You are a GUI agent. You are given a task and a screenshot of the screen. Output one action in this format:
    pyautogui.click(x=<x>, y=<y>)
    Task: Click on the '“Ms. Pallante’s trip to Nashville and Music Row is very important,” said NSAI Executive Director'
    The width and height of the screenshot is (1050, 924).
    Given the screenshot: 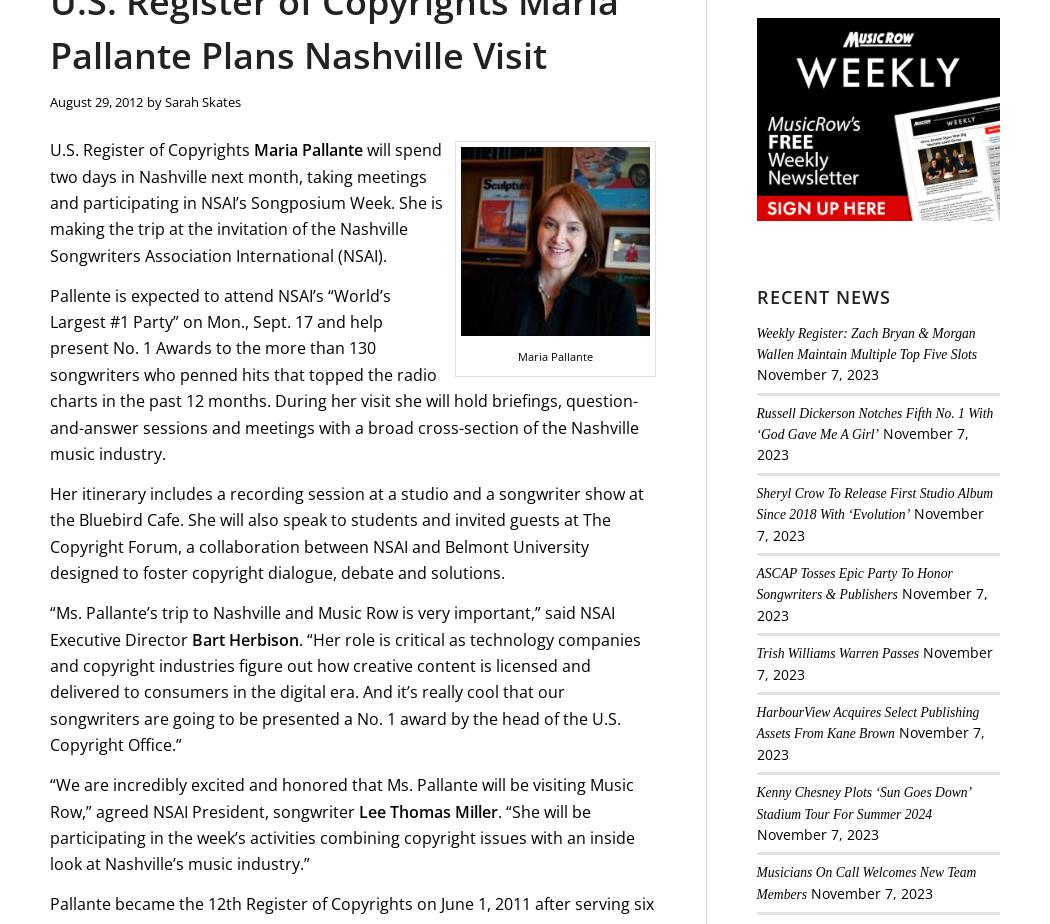 What is the action you would take?
    pyautogui.click(x=332, y=626)
    